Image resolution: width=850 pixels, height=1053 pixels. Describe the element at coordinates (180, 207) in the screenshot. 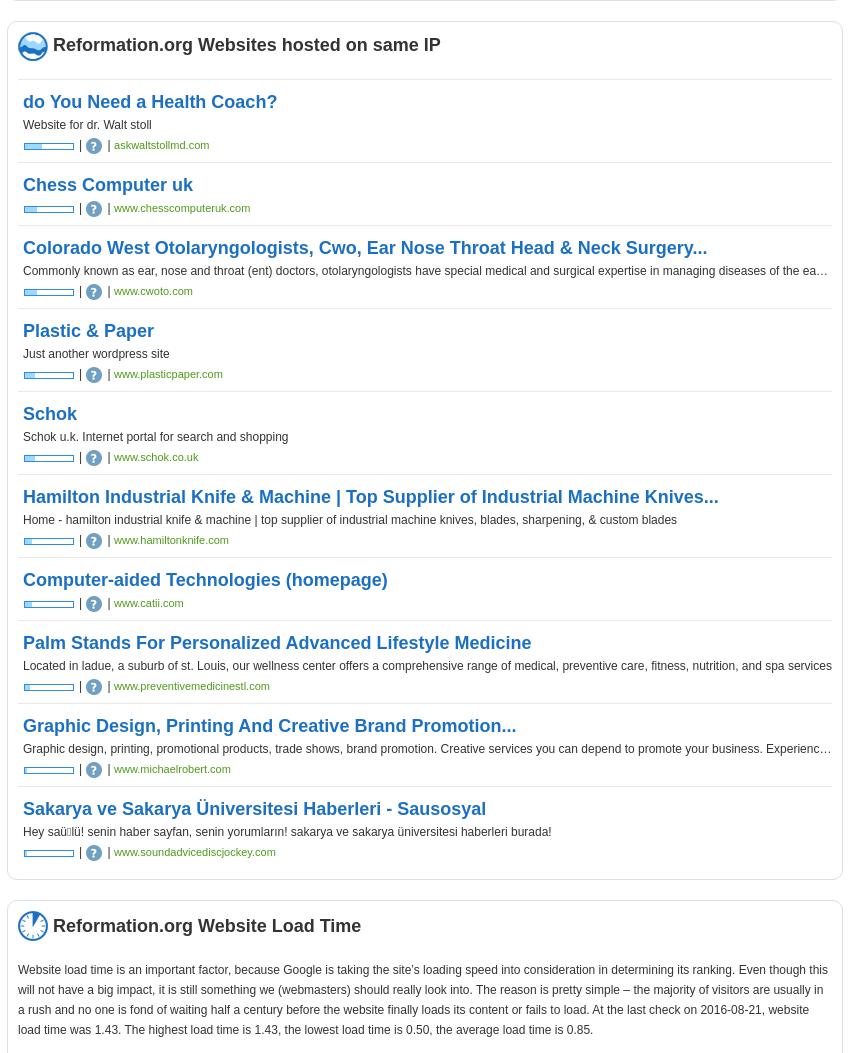

I see `'www.chesscomputeruk.com'` at that location.